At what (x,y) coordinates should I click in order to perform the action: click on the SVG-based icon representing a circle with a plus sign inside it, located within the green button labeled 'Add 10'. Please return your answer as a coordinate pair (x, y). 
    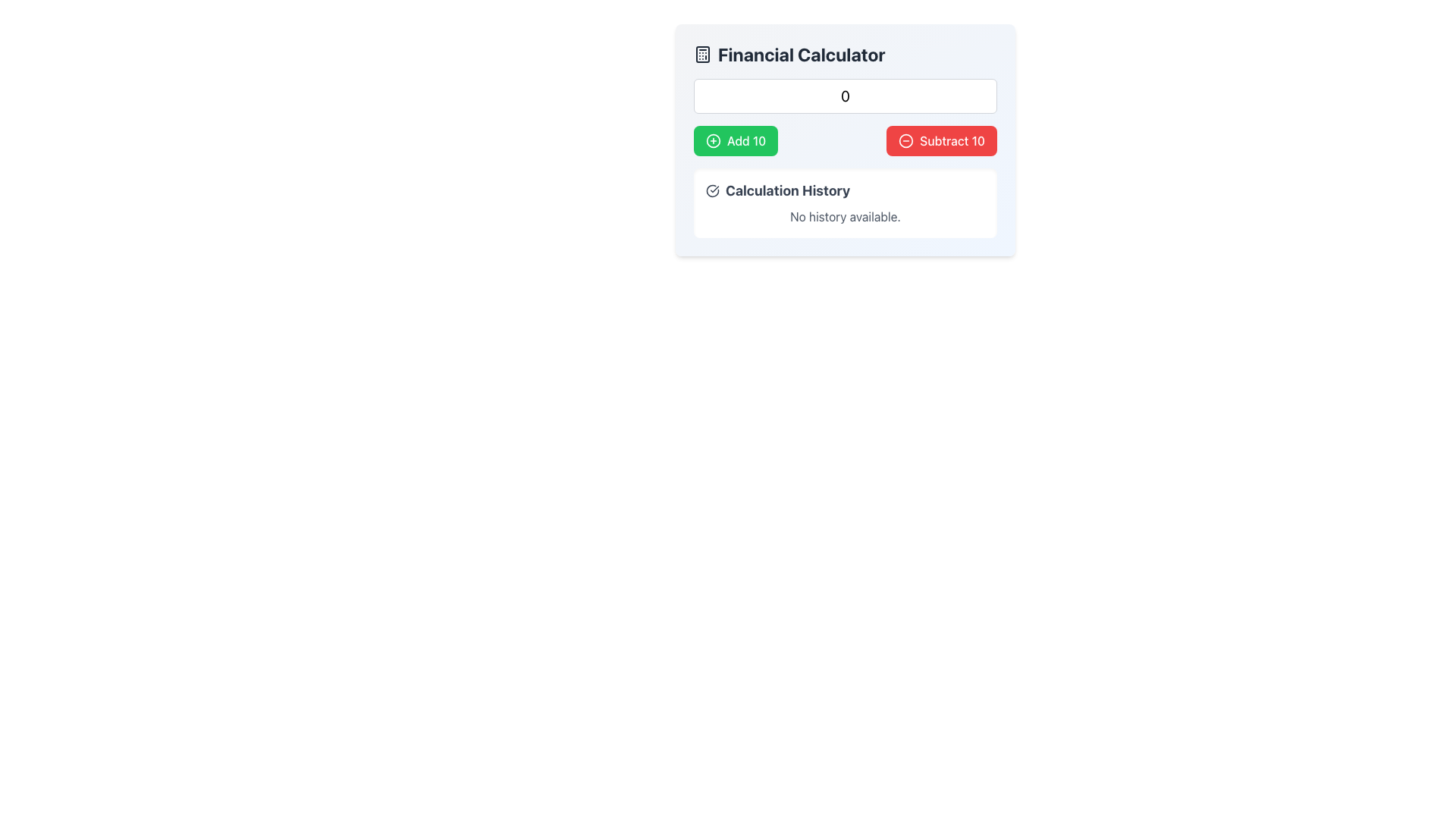
    Looking at the image, I should click on (712, 140).